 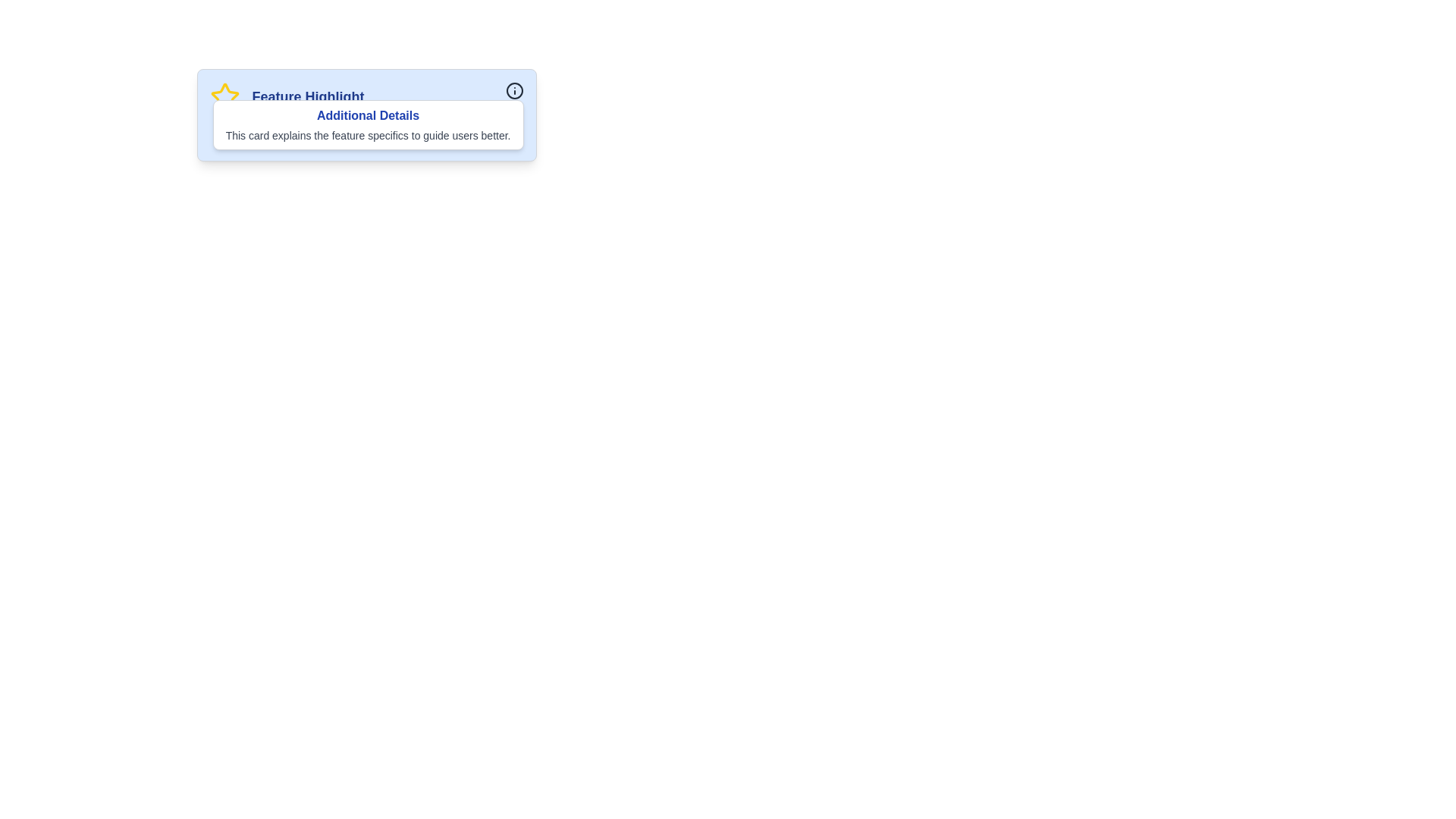 What do you see at coordinates (514, 90) in the screenshot?
I see `the outermost ring of the circular icon group located at the top-right of the 'Feature Highlight' card, which serves a decorative or symbolic purpose` at bounding box center [514, 90].